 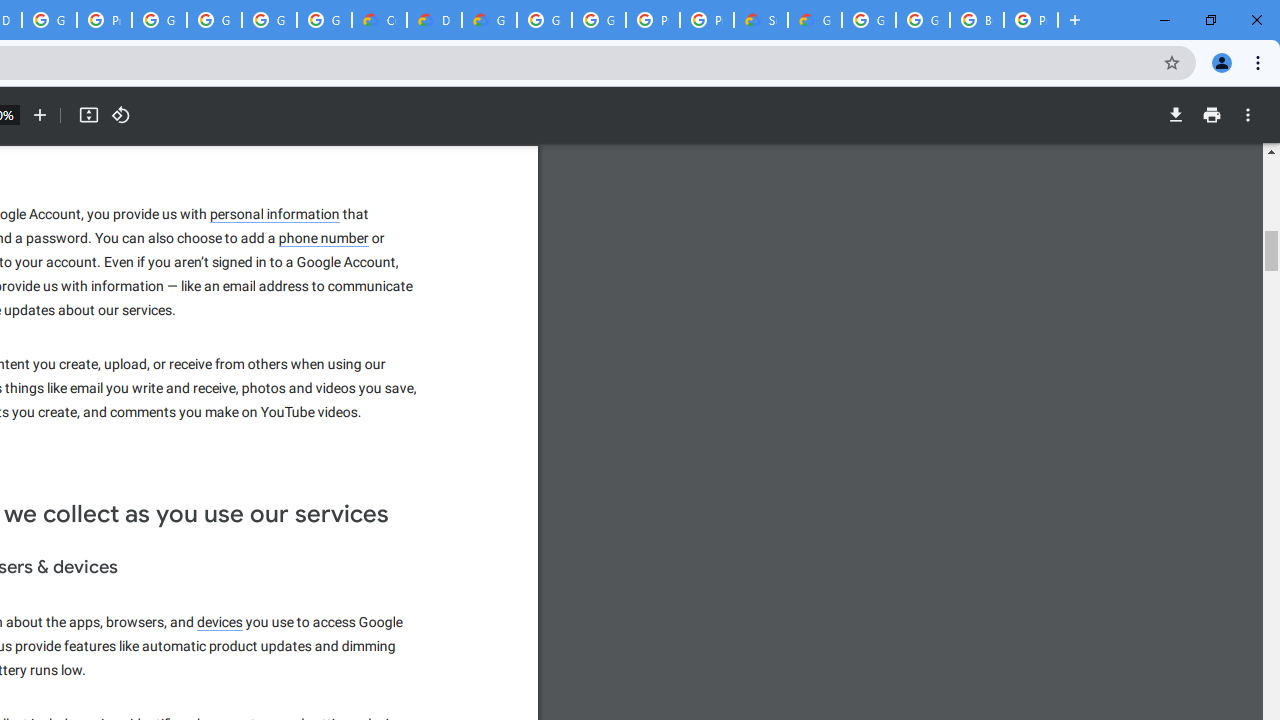 What do you see at coordinates (1175, 115) in the screenshot?
I see `'Download'` at bounding box center [1175, 115].